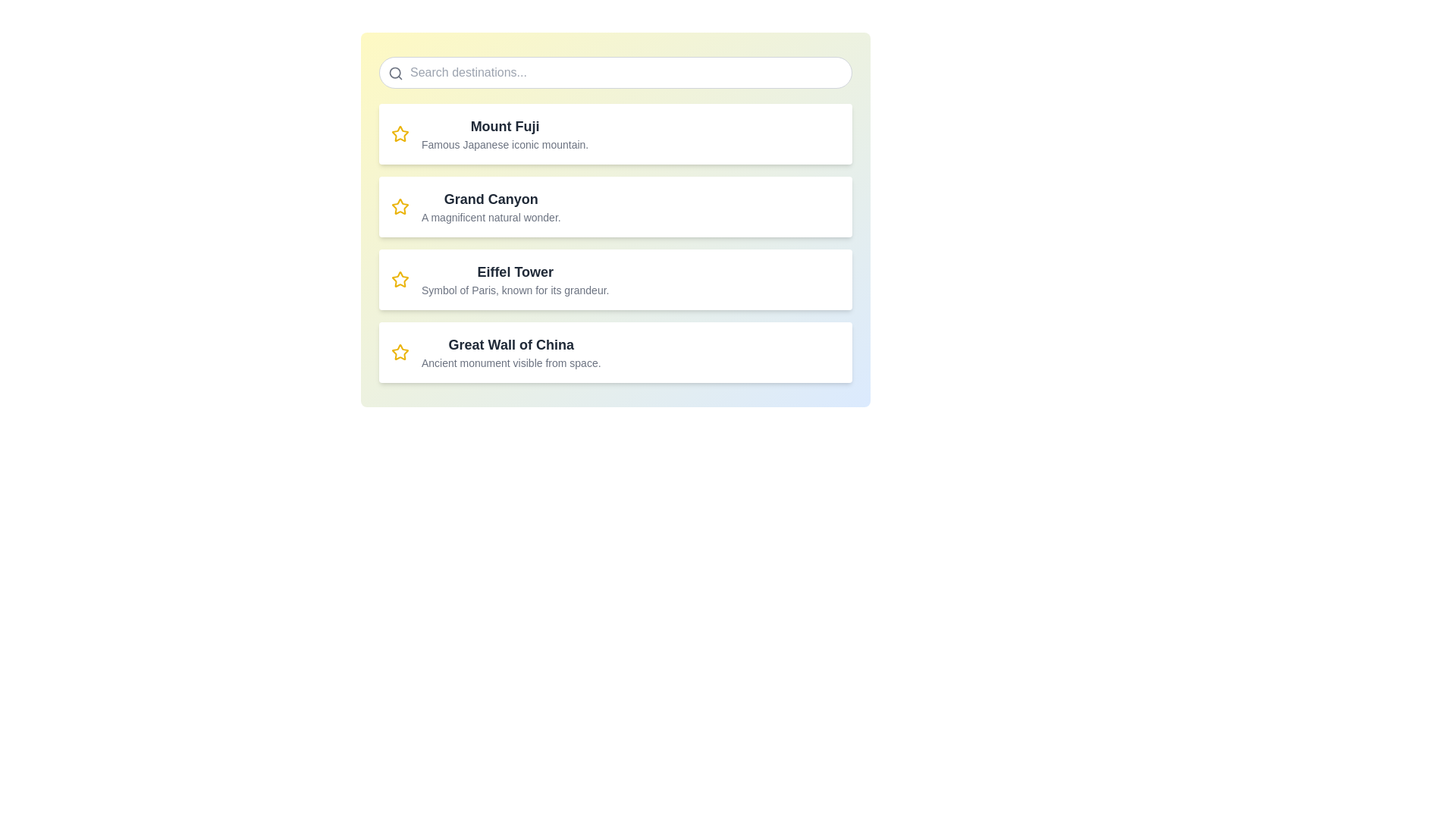  Describe the element at coordinates (400, 353) in the screenshot. I see `the yellow star icon located to the left of the text 'Great Wall of China Ancient monument visible from space.' in the fourth item of the vertical list` at that location.